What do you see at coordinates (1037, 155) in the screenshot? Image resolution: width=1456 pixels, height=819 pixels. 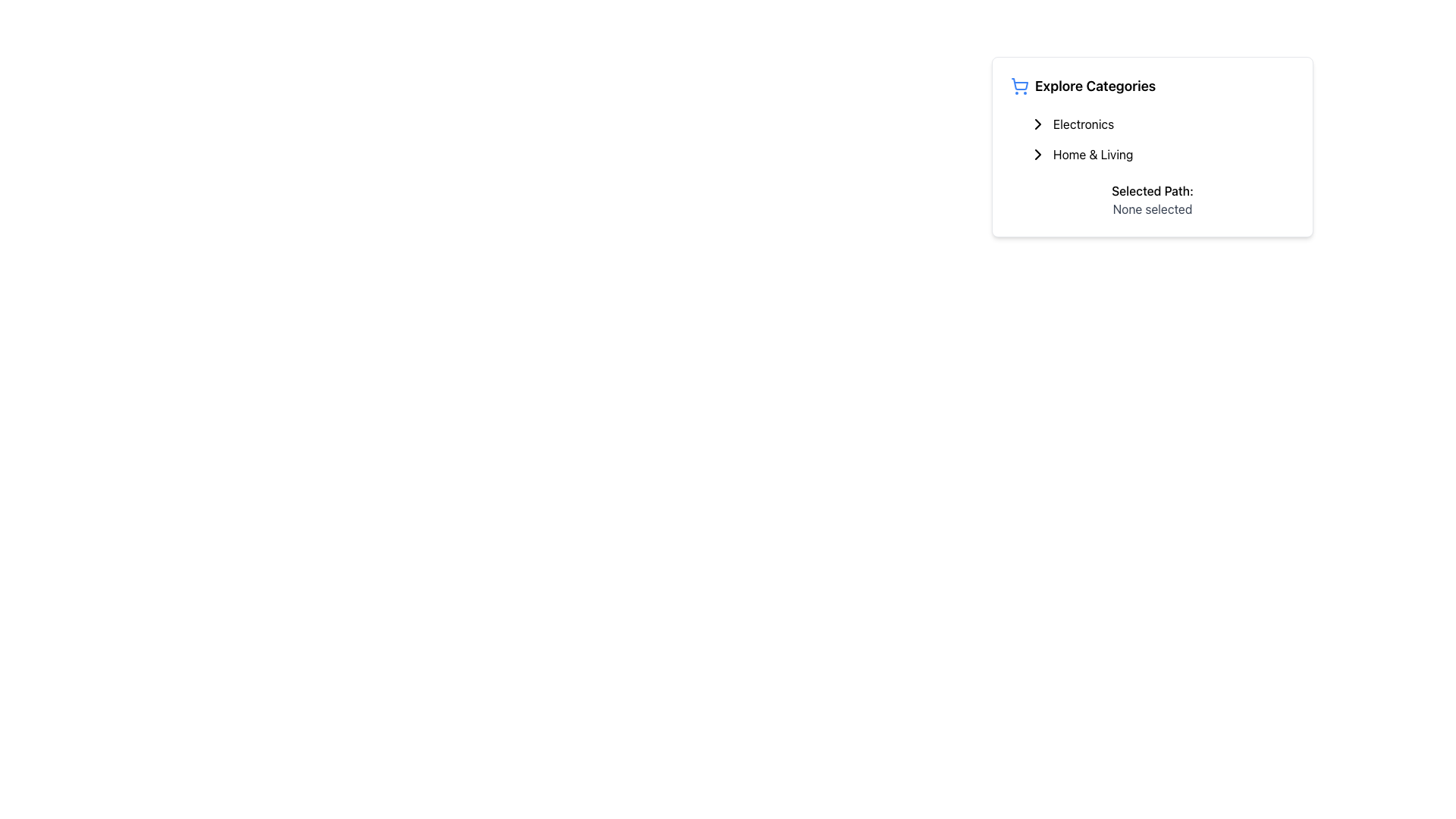 I see `the rightward-pointing chevron icon located to the immediate left of the 'Home & Living' text` at bounding box center [1037, 155].